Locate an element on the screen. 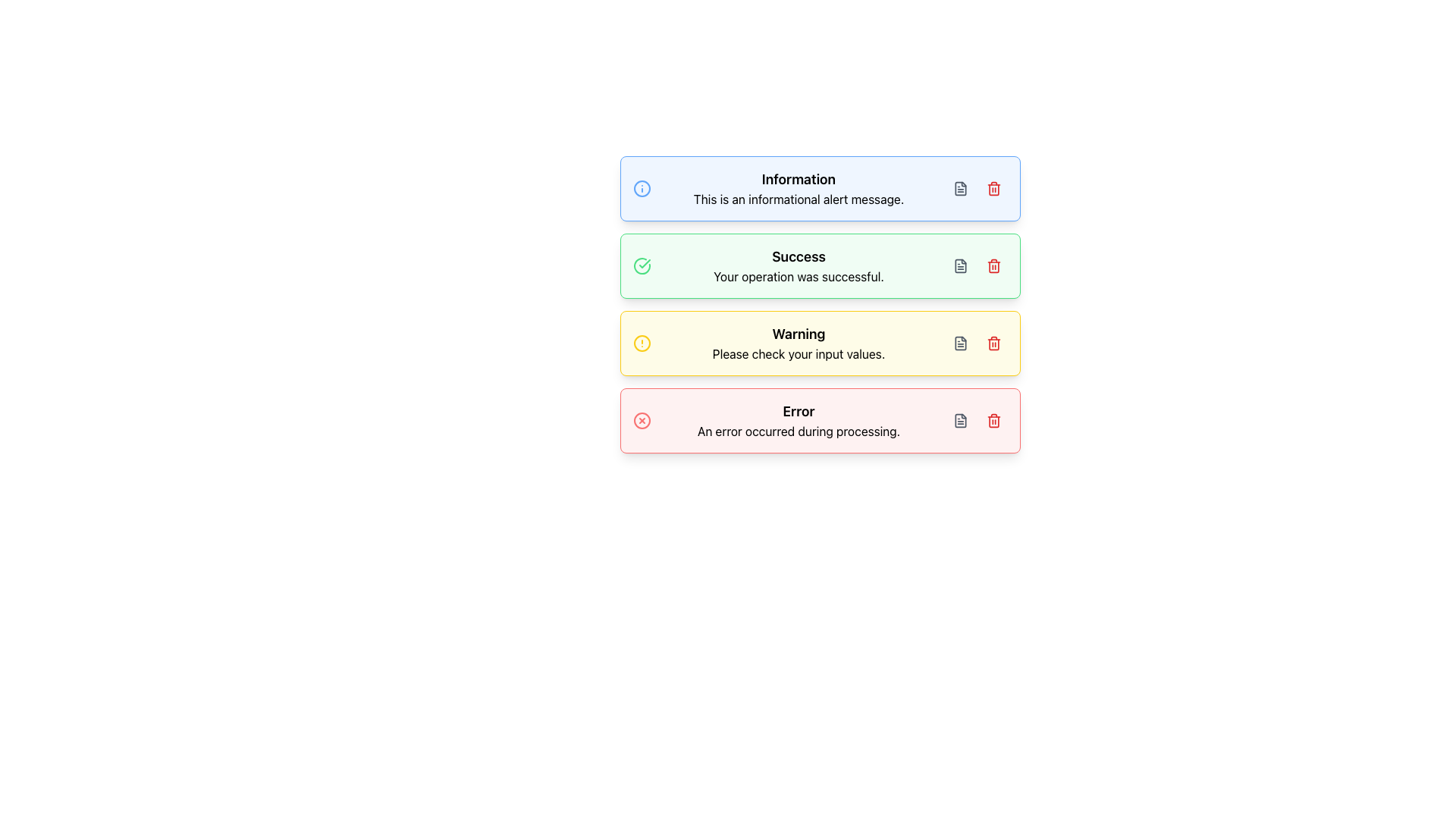  the gray document icon located in the bottom-right section of the warning message box, which is part of an icon group containing a red trash icon is located at coordinates (977, 343).